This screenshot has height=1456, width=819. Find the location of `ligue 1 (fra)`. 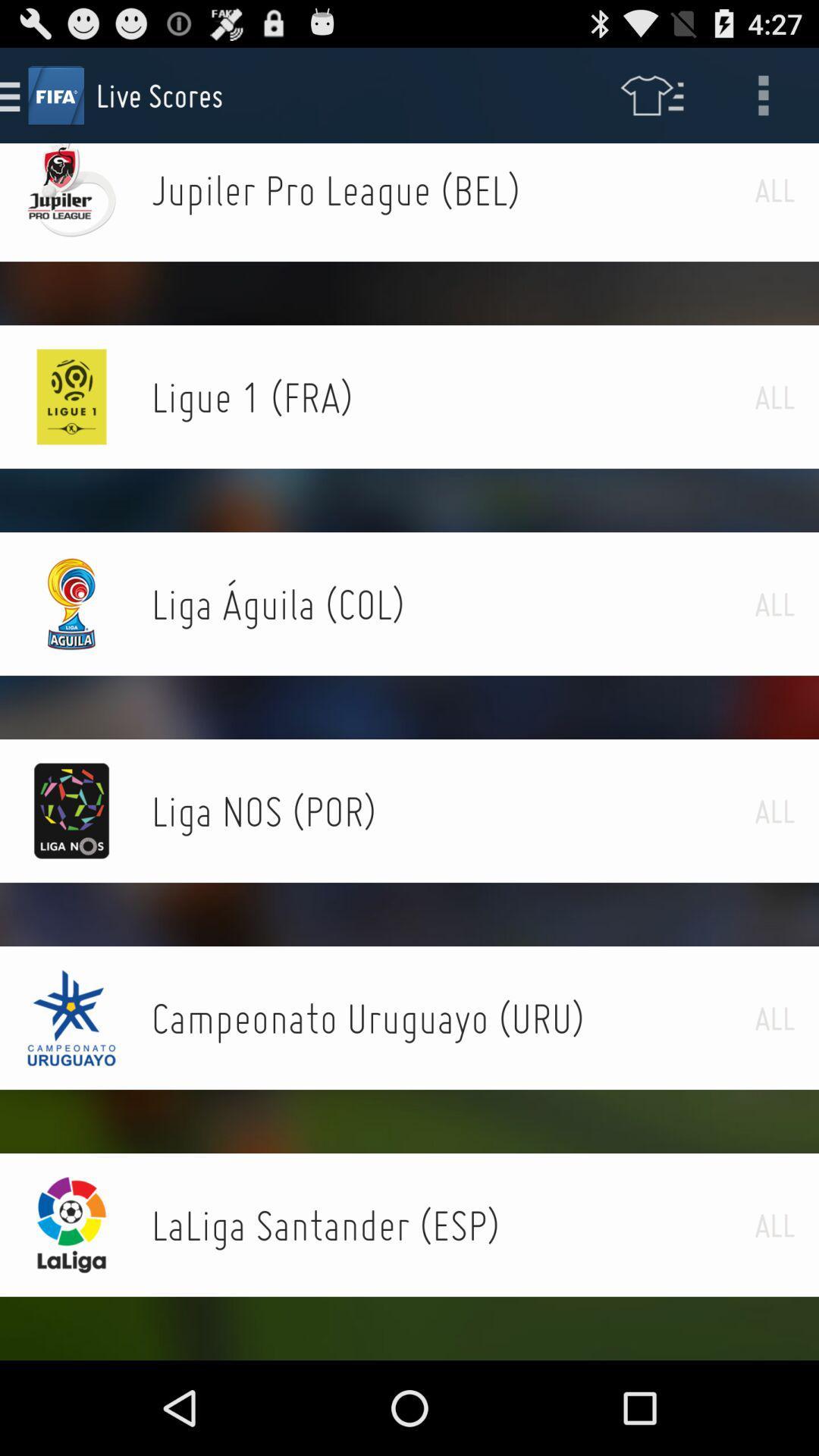

ligue 1 (fra) is located at coordinates (452, 397).